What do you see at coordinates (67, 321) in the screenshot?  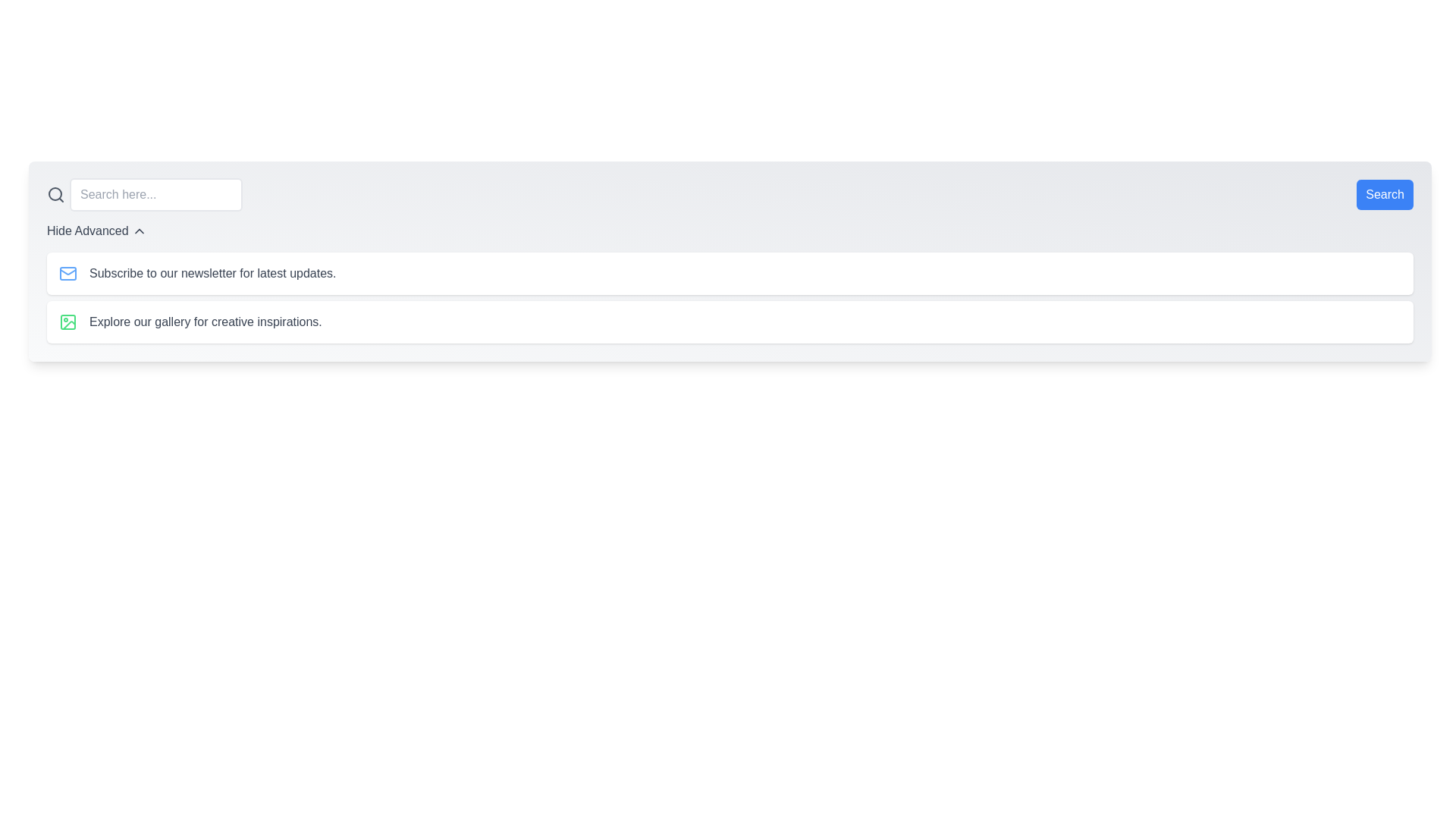 I see `the green square graphical icon component with a slight corner radius located in the middle-left part of the second row's icon` at bounding box center [67, 321].